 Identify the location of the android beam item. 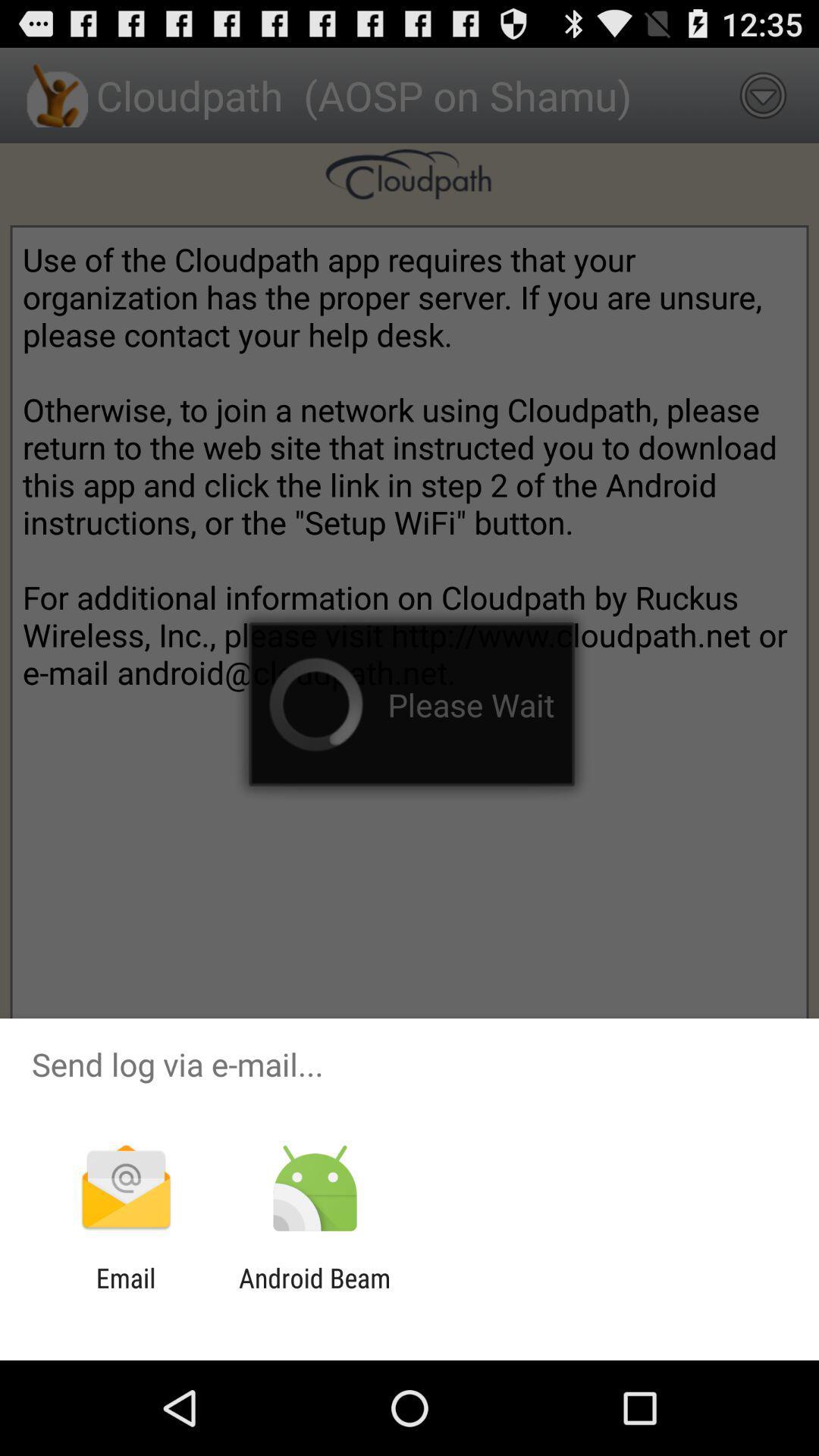
(314, 1293).